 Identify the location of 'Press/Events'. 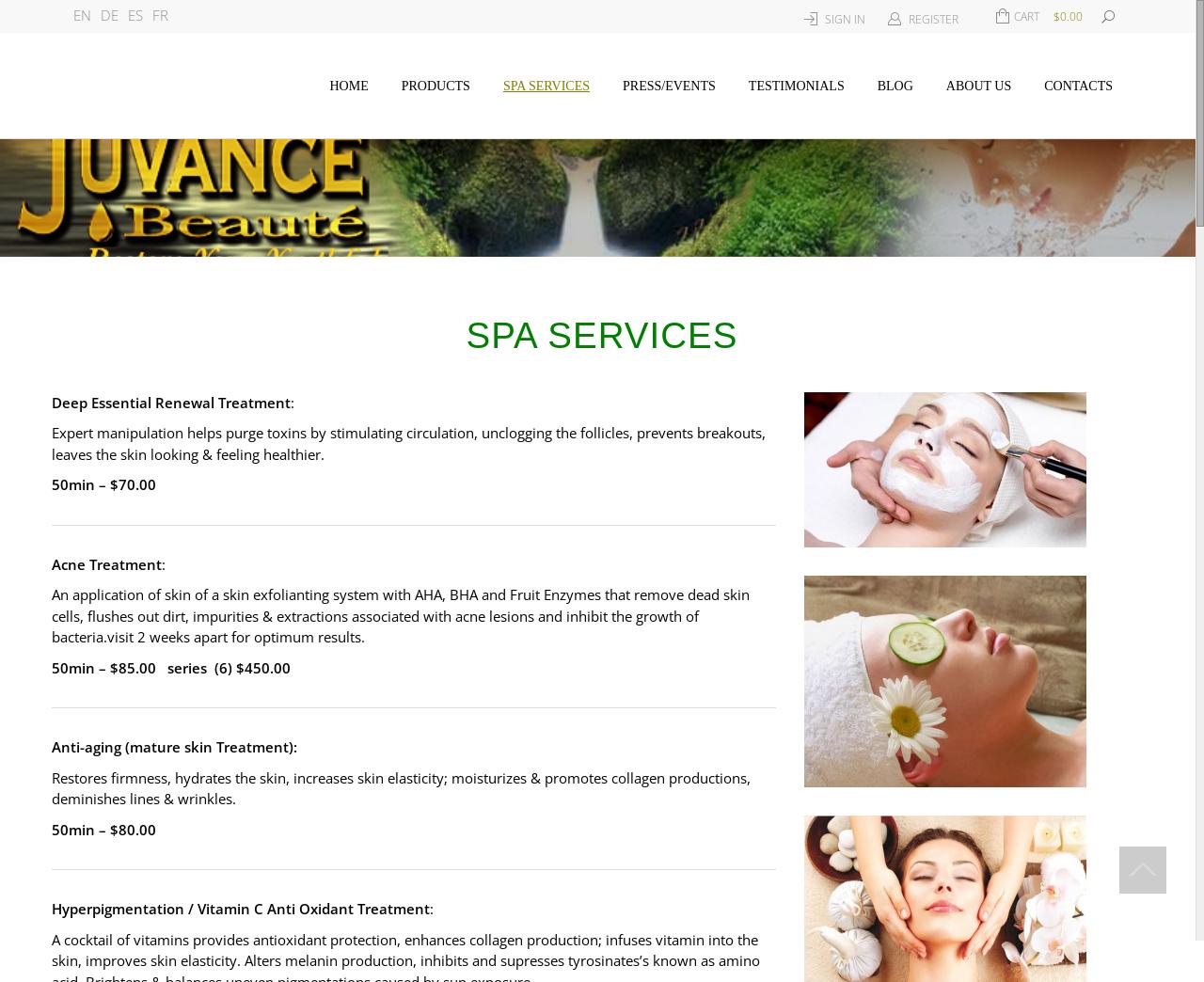
(669, 86).